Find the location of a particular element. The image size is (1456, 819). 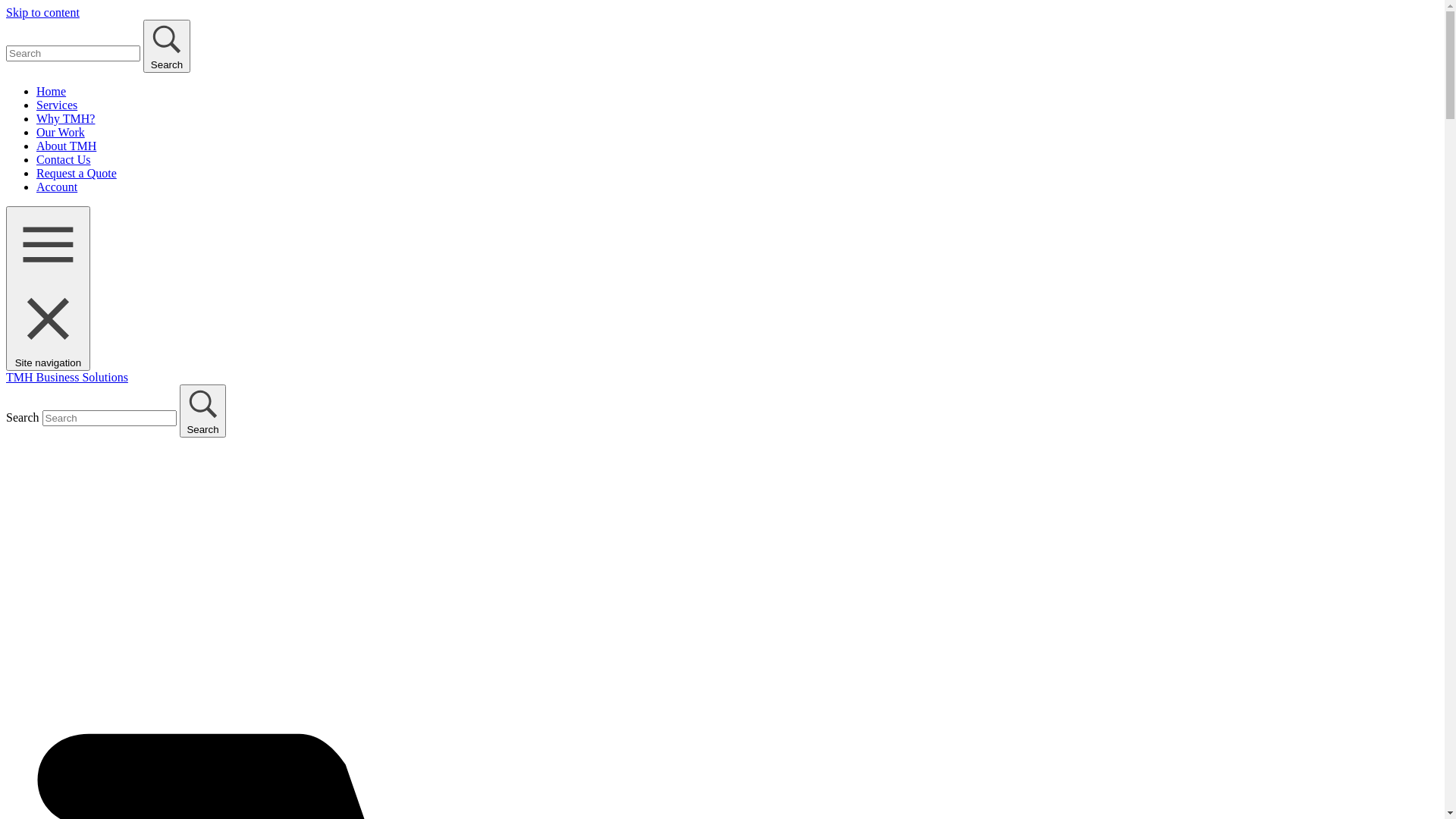

'Services' is located at coordinates (57, 104).